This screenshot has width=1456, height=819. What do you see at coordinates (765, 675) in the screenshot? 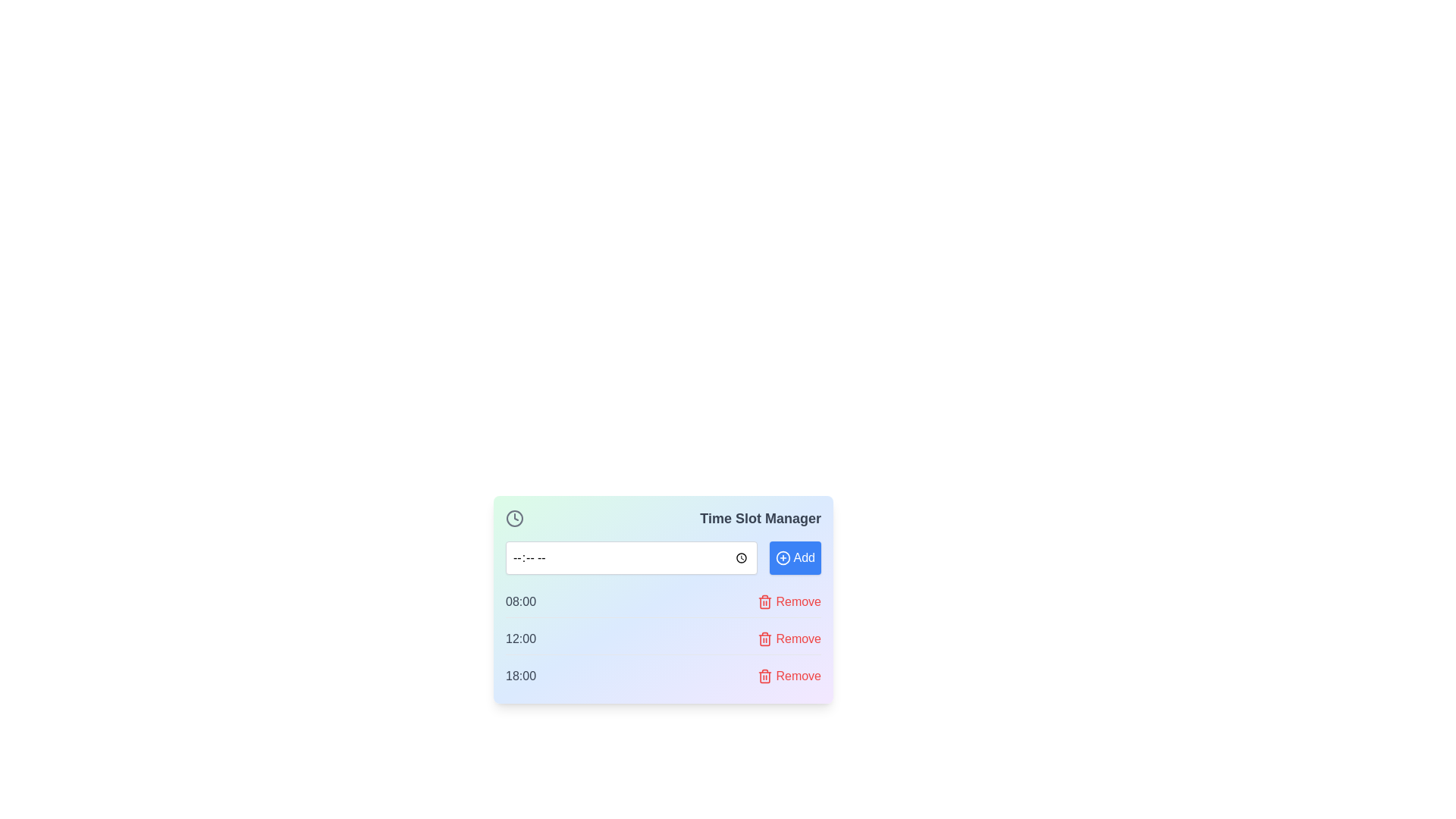
I see `the small red-colored trash bin icon, which is the third icon in the vertical list of 'Remove' buttons adjacent to the 18:00 time slot text, to initiate the removal of the time slot` at bounding box center [765, 675].